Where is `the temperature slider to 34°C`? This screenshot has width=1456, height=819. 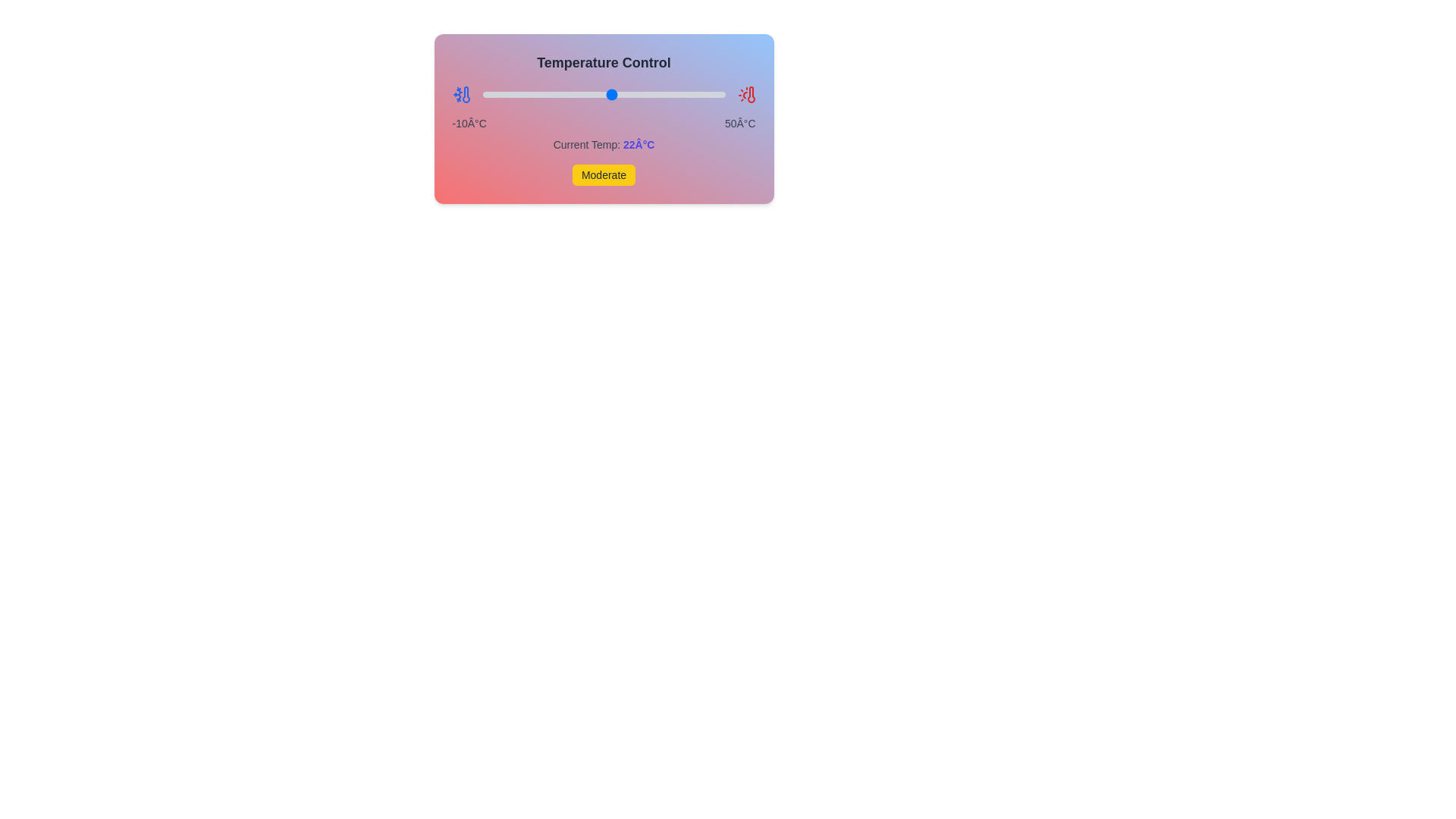 the temperature slider to 34°C is located at coordinates (661, 94).